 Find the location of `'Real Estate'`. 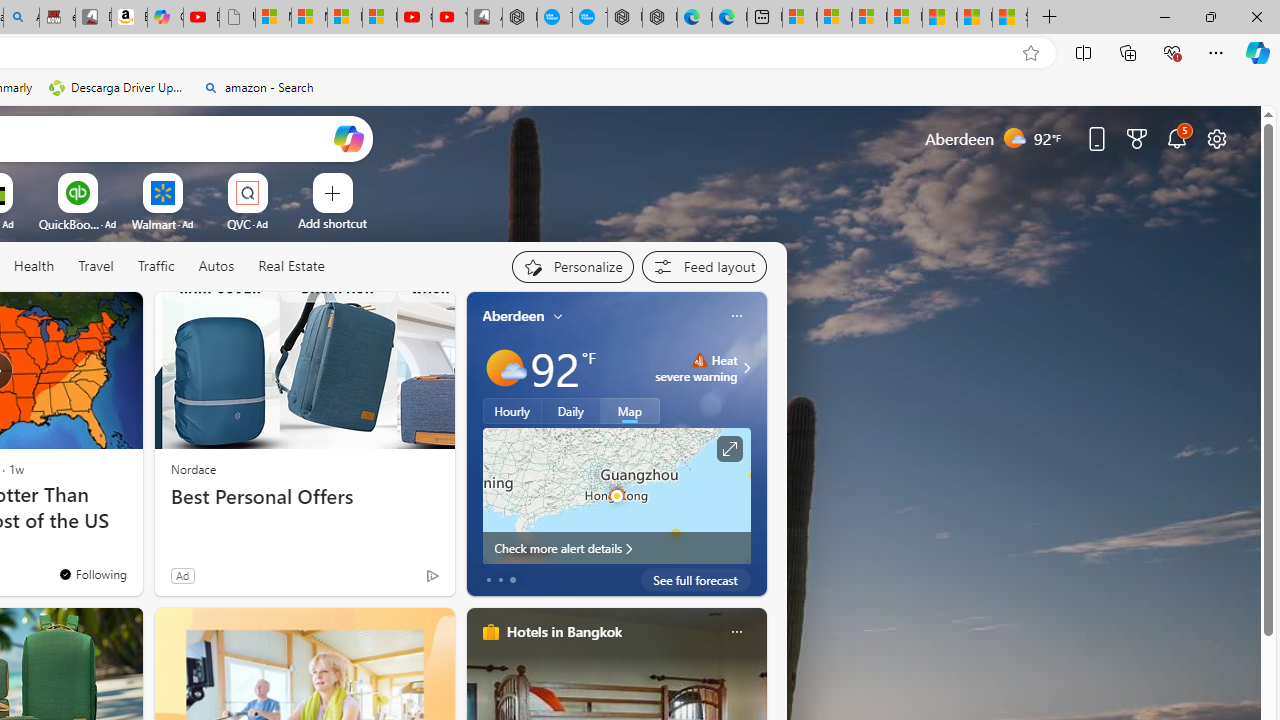

'Real Estate' is located at coordinates (290, 265).